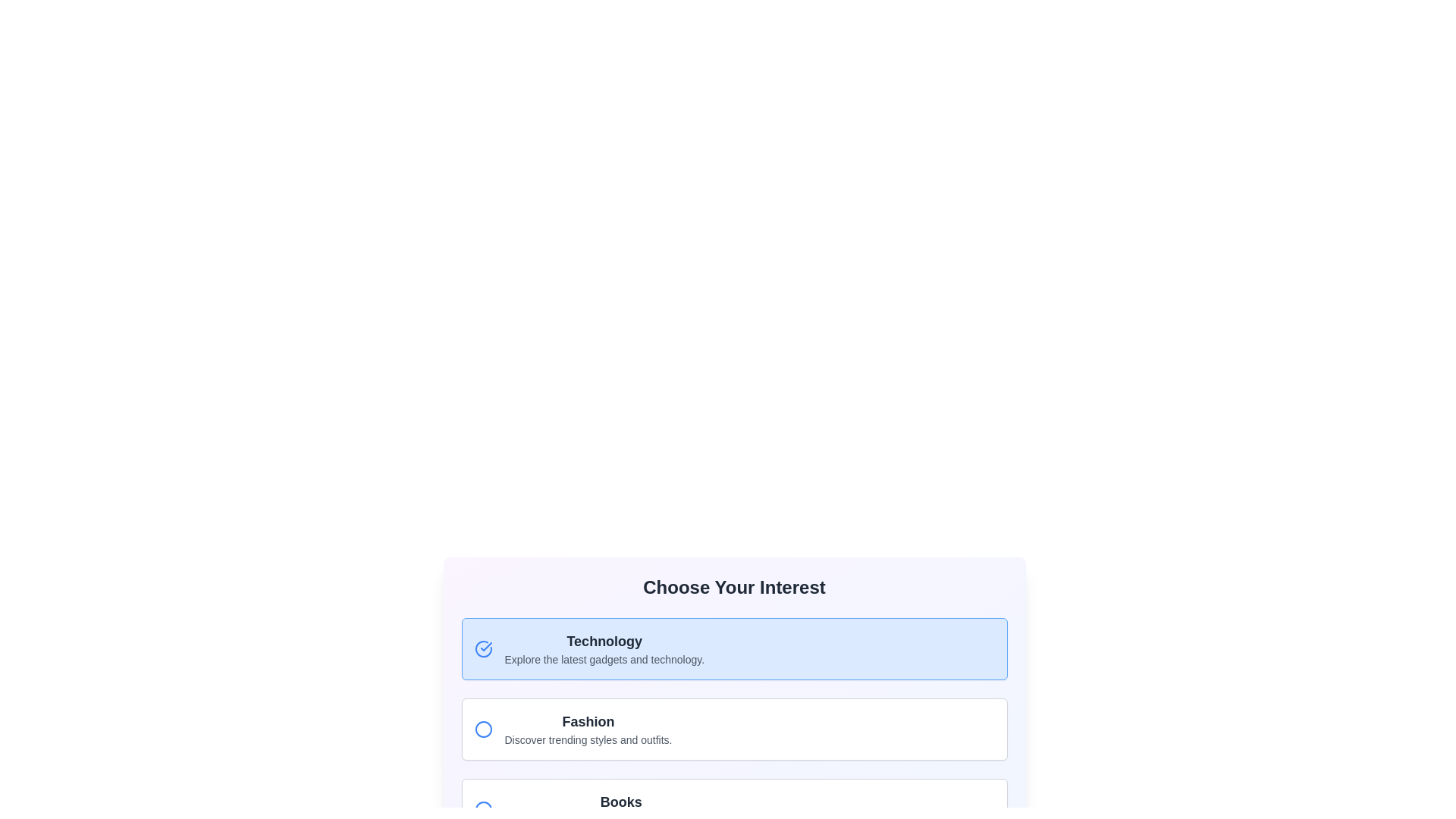 This screenshot has width=1456, height=819. What do you see at coordinates (482, 648) in the screenshot?
I see `the selected state icon indicating that the 'Technology' option is highlighted, positioned to the left of the text 'Technology'` at bounding box center [482, 648].